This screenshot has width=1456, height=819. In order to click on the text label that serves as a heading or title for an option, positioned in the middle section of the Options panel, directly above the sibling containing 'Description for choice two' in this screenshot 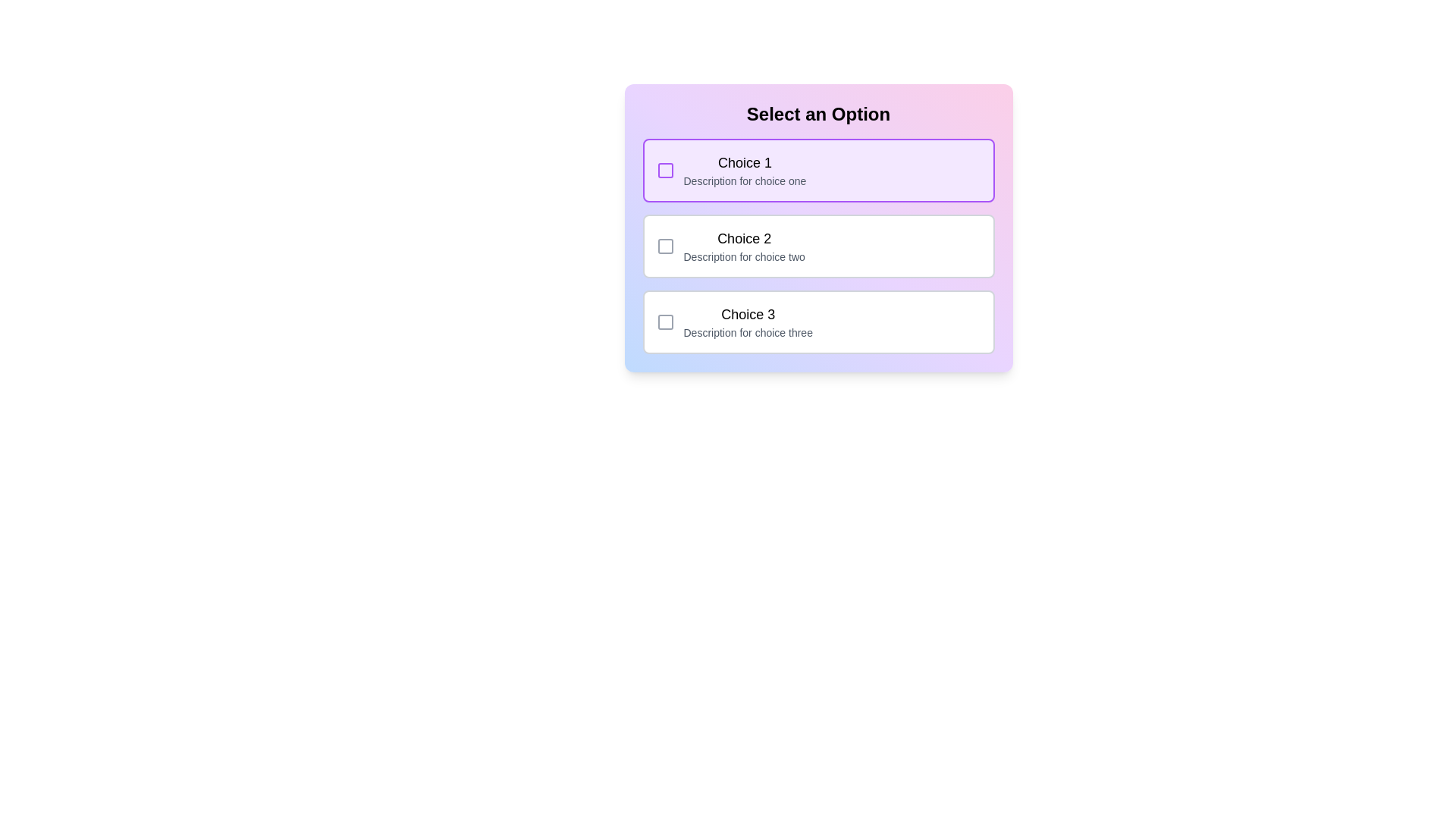, I will do `click(744, 239)`.